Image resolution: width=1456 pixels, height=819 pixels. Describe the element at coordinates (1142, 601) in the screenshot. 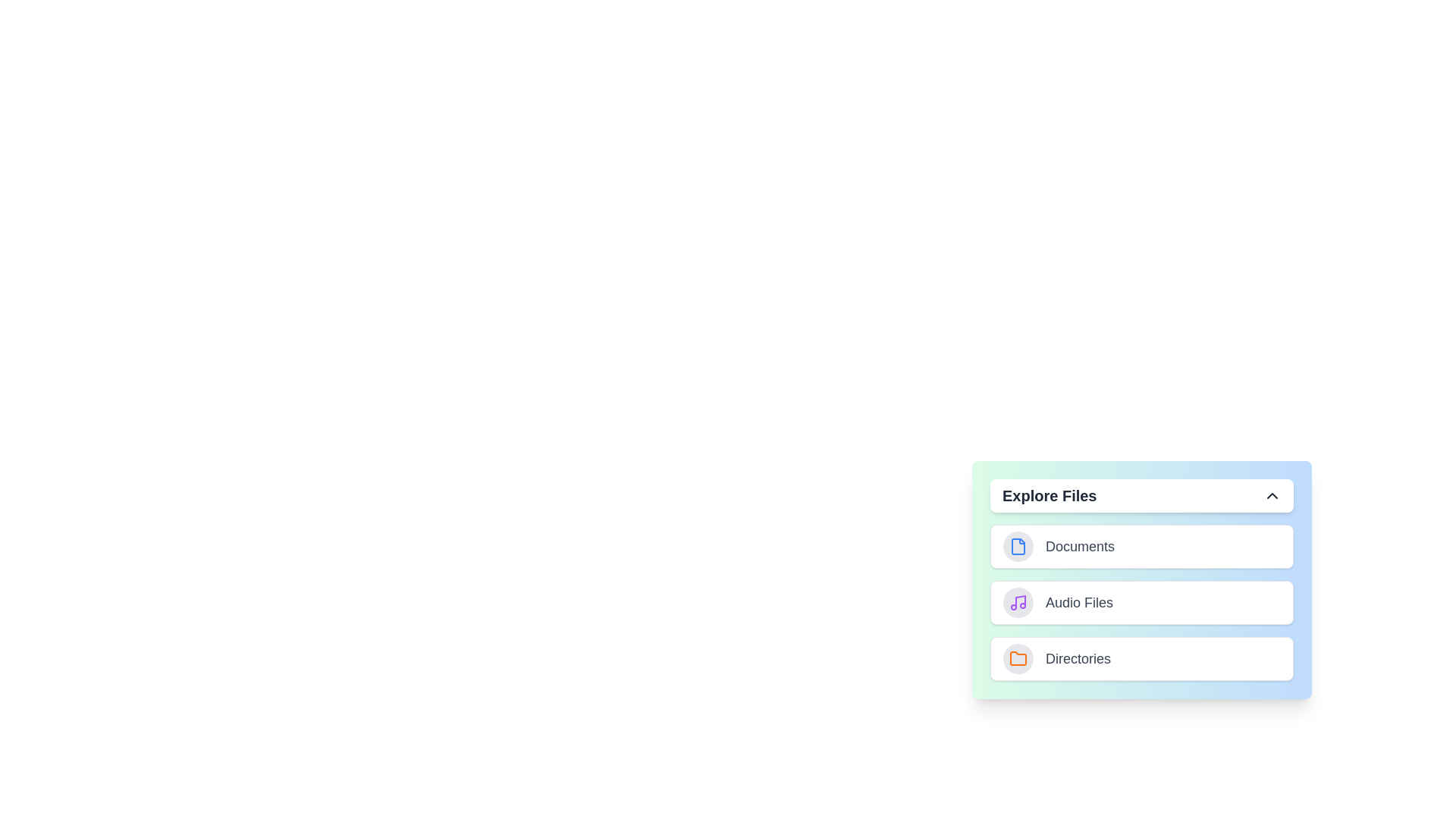

I see `the 'Audio Files' category in the menu` at that location.